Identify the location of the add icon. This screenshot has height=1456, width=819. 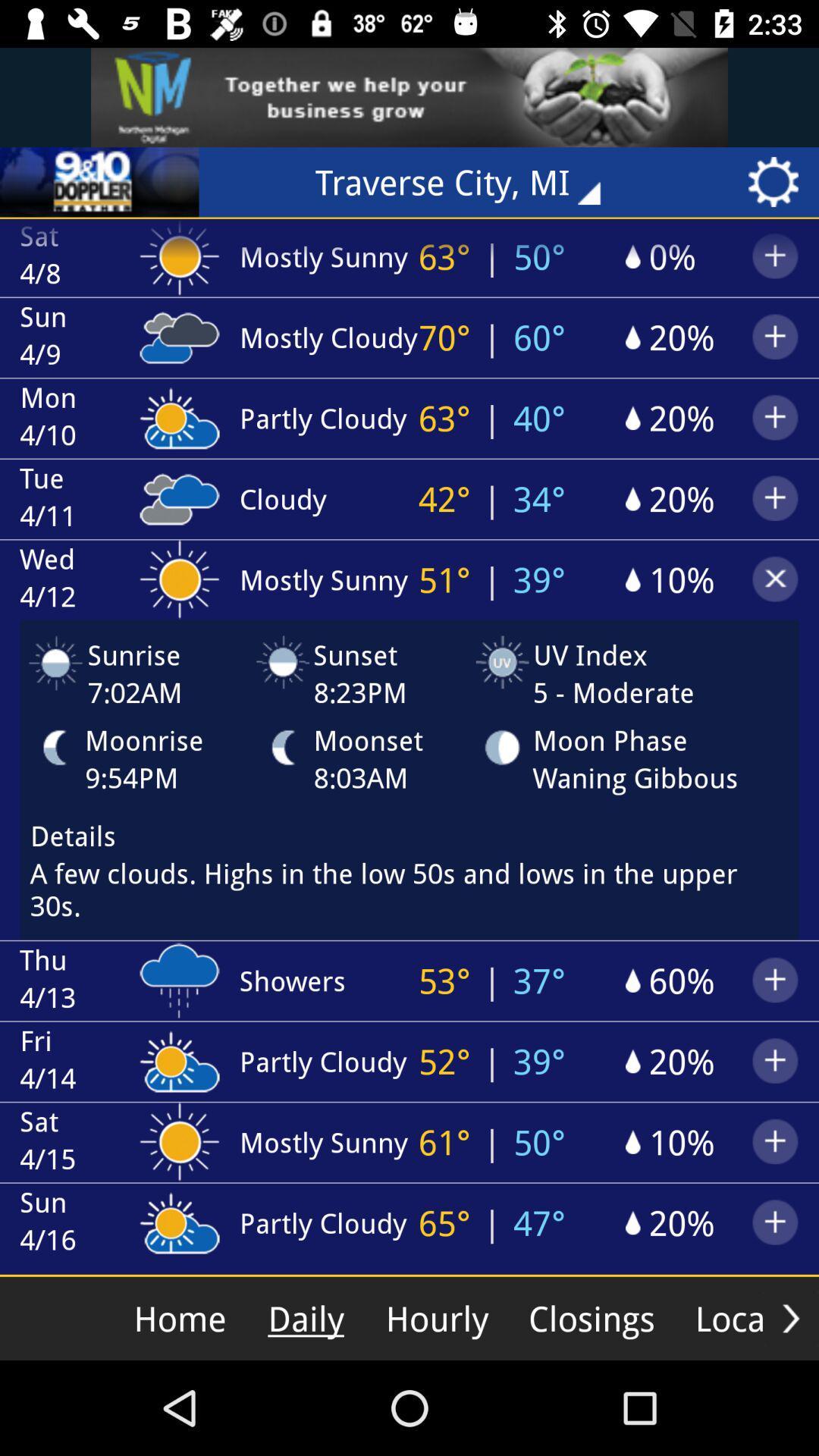
(790, 275).